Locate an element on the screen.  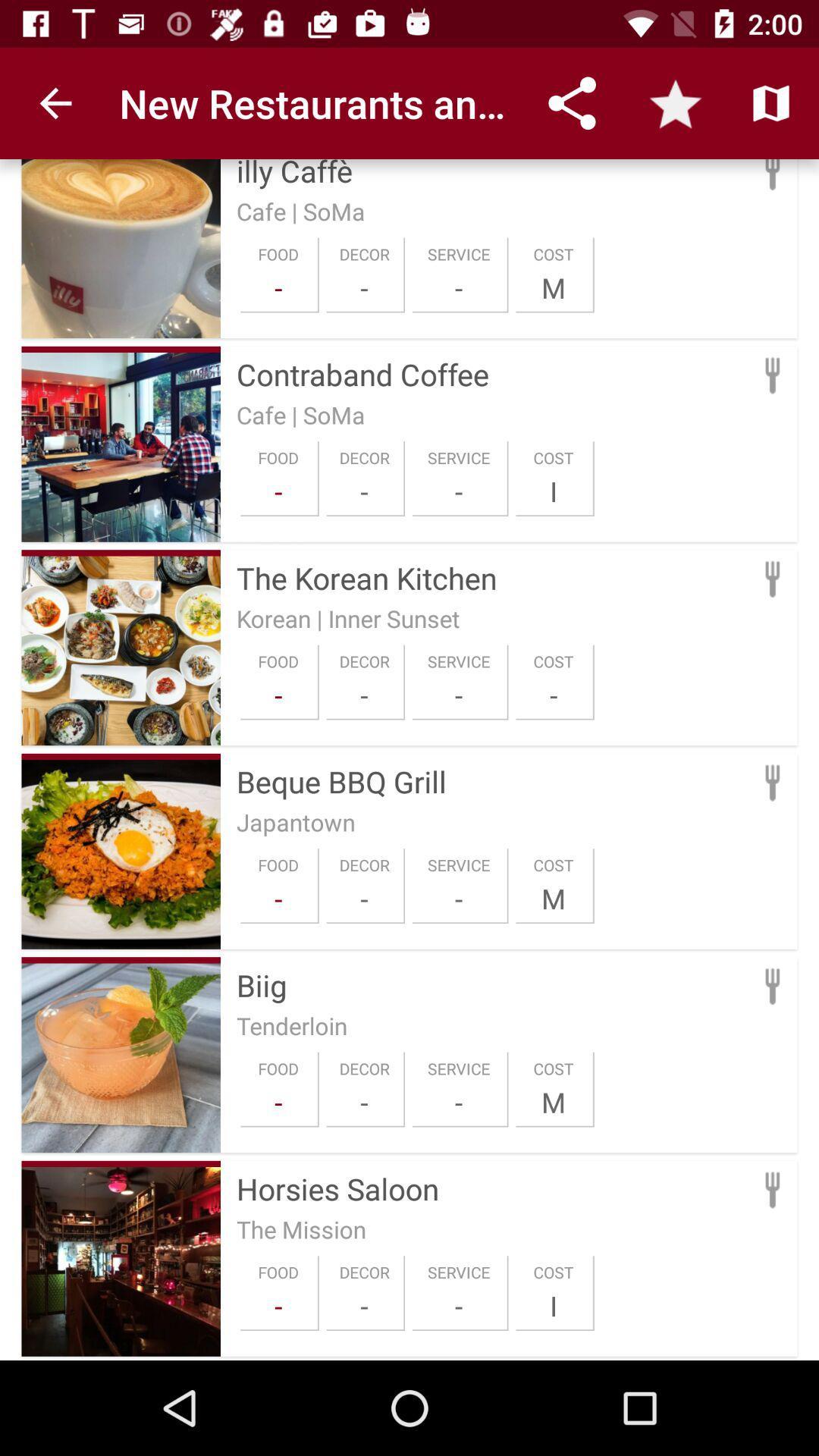
icon to the left of the decor icon is located at coordinates (278, 694).